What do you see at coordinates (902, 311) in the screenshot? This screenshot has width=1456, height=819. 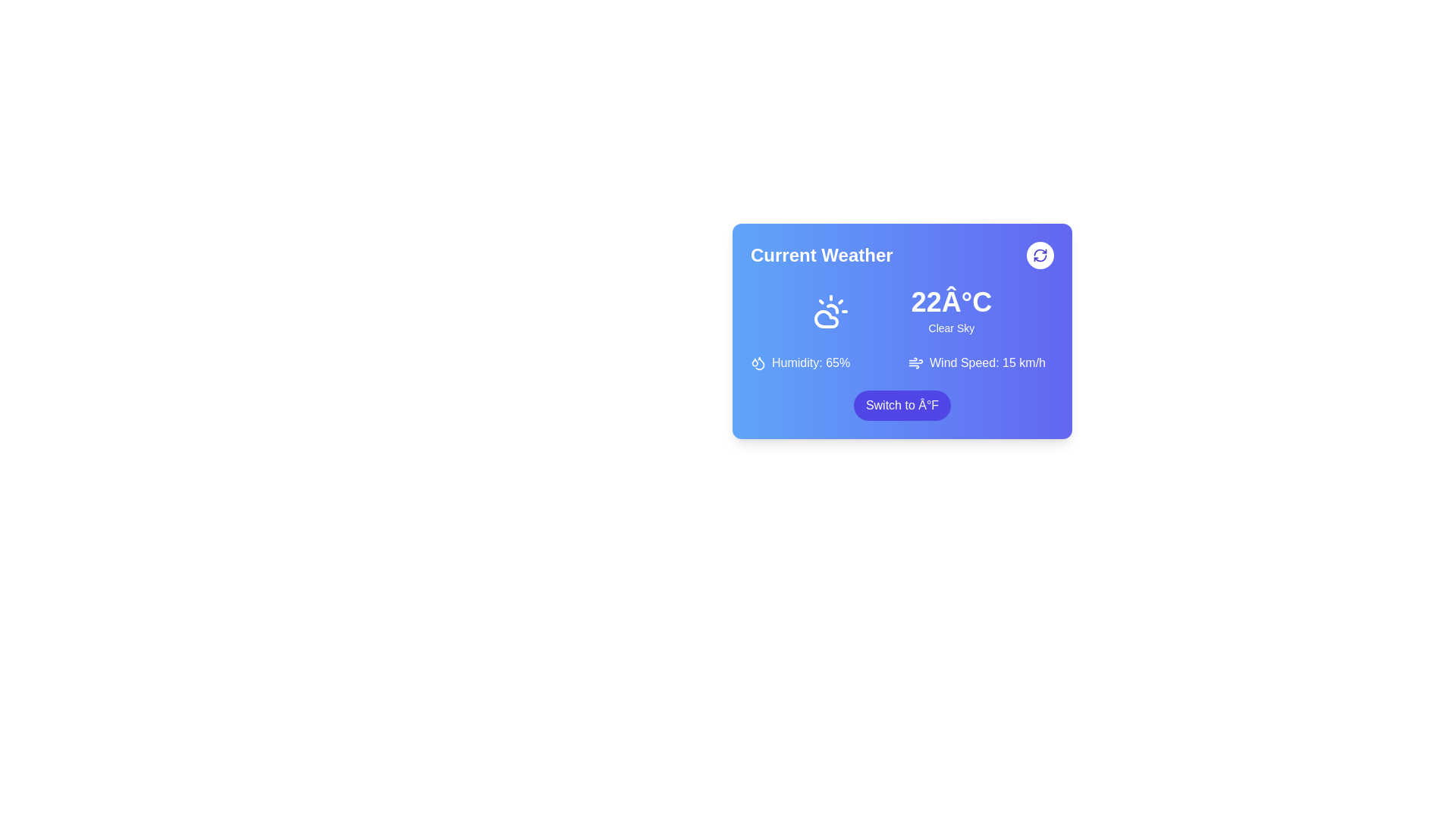 I see `the Static Content Section that displays the current weather condition, located within the 'Current Weather' card` at bounding box center [902, 311].